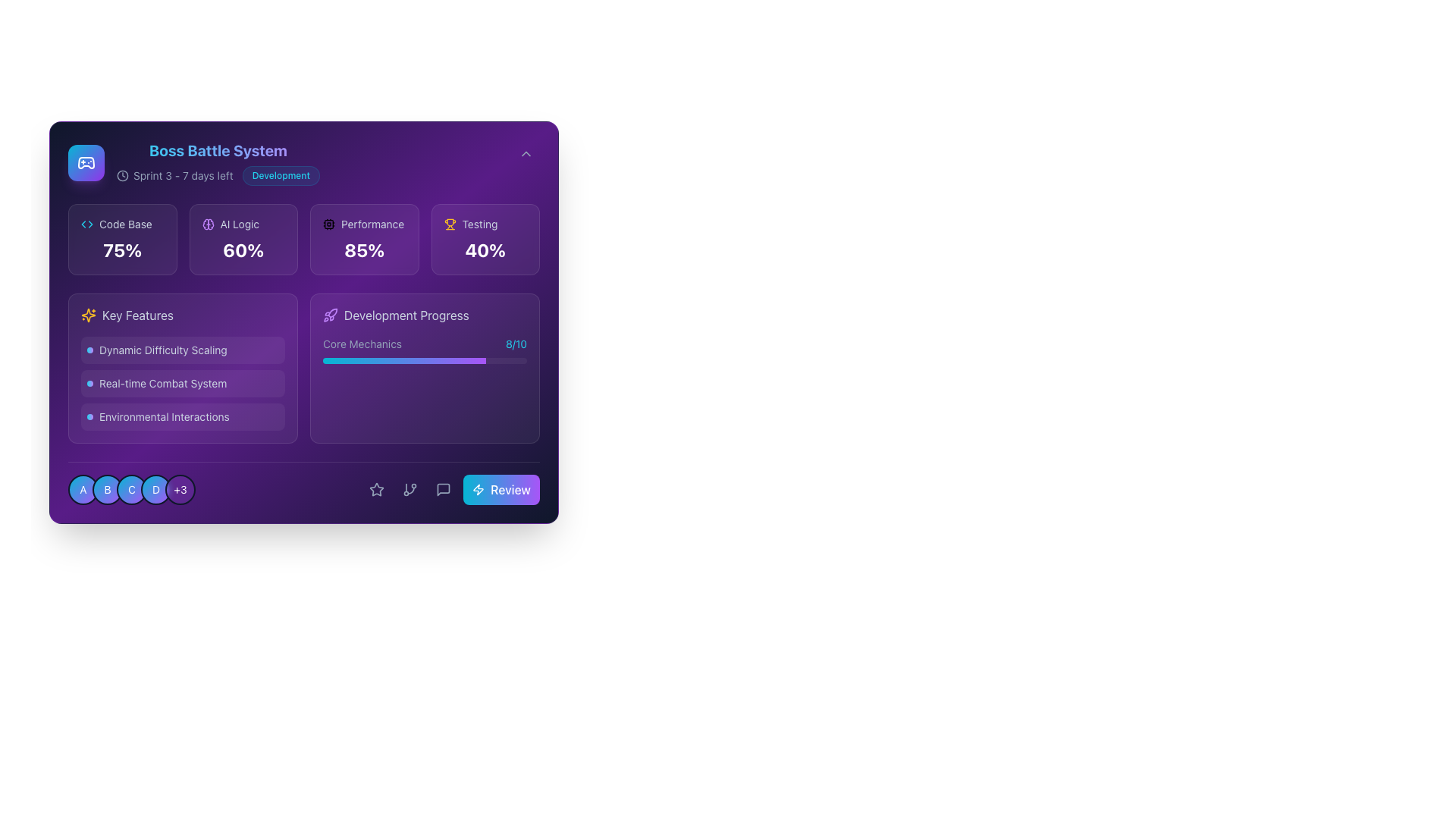 The image size is (1456, 819). What do you see at coordinates (501, 489) in the screenshot?
I see `the 'Review' button with a gradient background and a lightning bolt icon` at bounding box center [501, 489].